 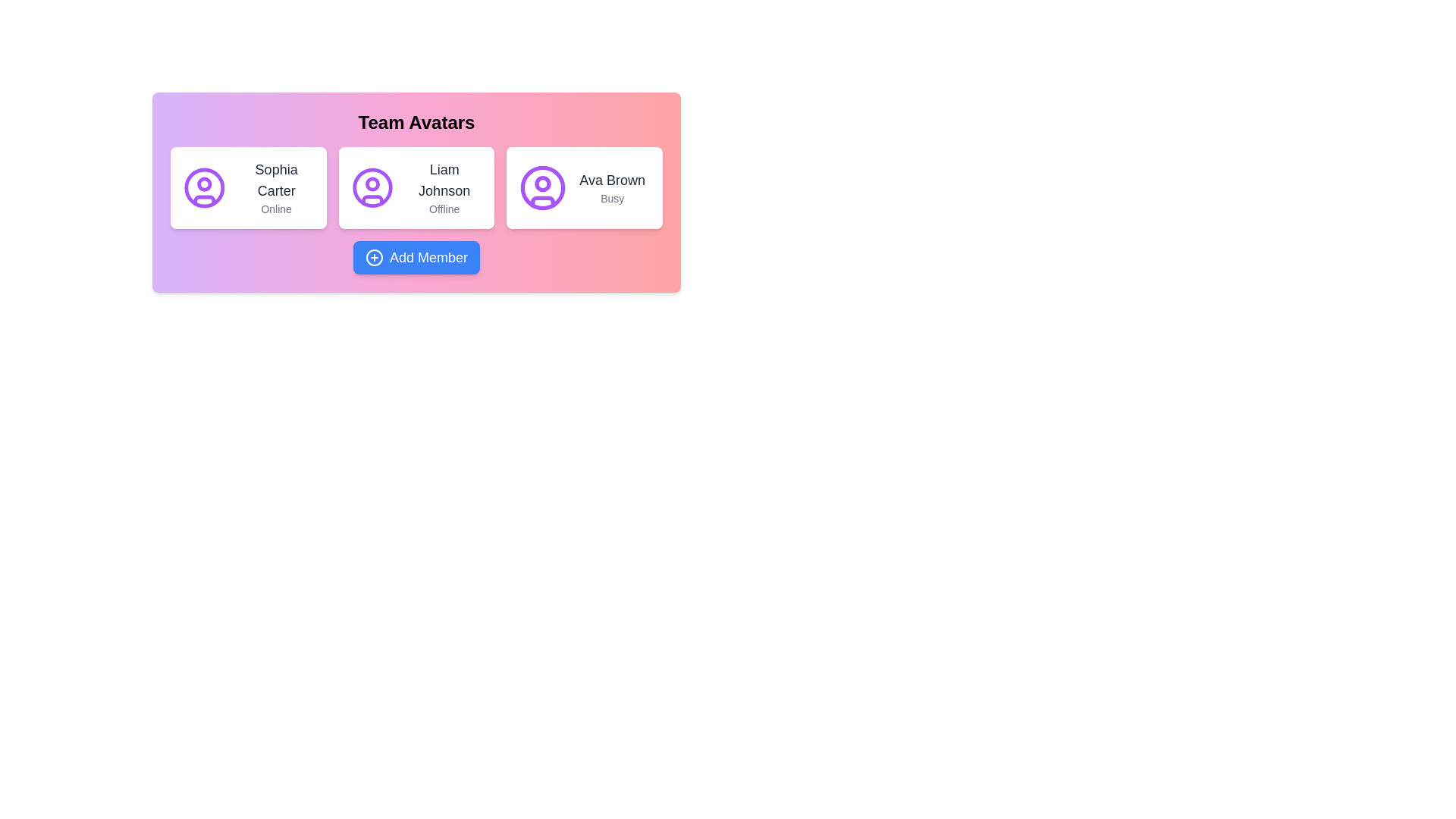 What do you see at coordinates (372, 184) in the screenshot?
I see `the circular icon representing the user avatar for 'Liam Johnson', which is the second avatar in the 'Team Avatars' section` at bounding box center [372, 184].